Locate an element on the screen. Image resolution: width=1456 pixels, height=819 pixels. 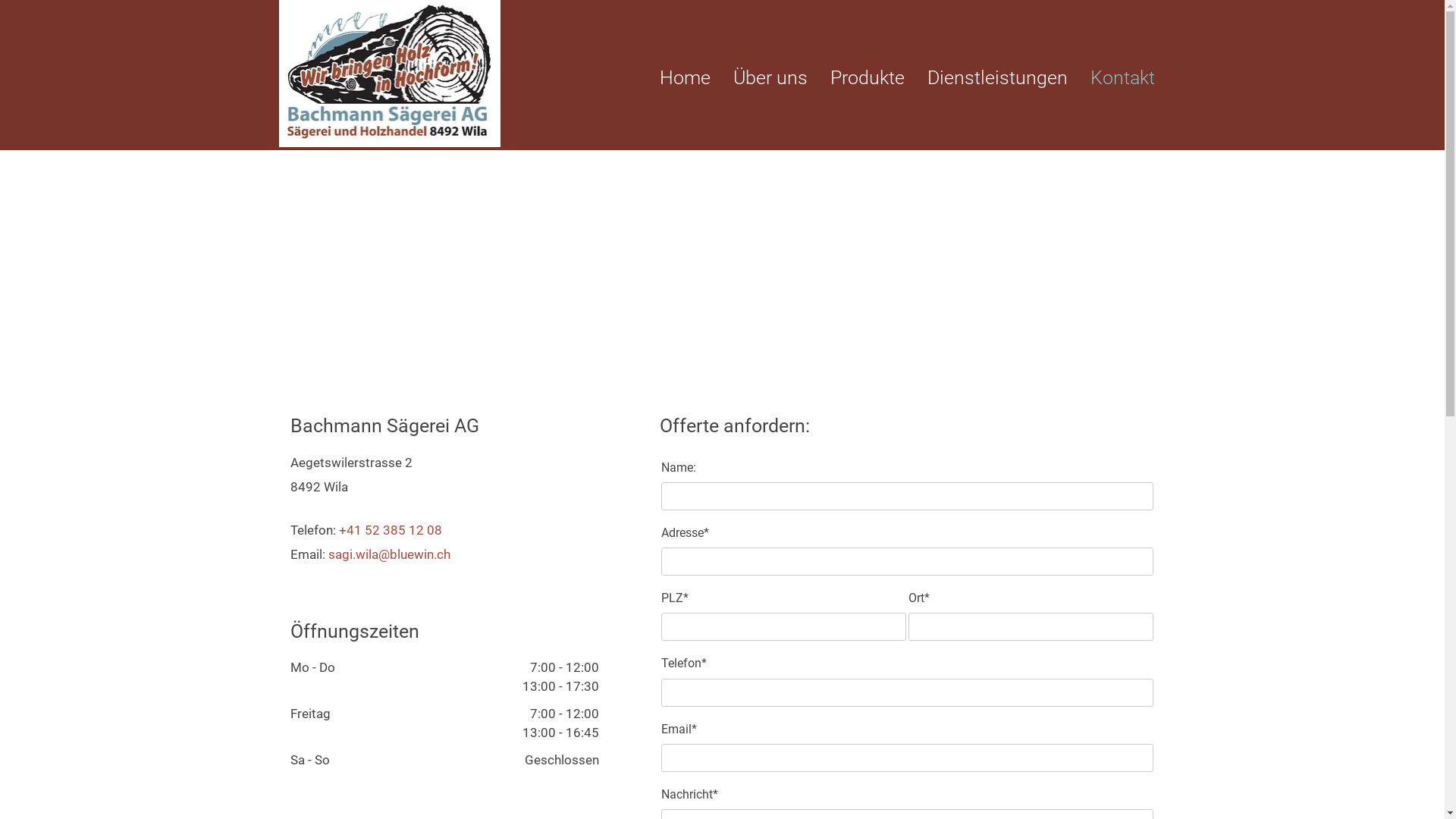
'sagi.wila@bluewin.ch' is located at coordinates (388, 554).